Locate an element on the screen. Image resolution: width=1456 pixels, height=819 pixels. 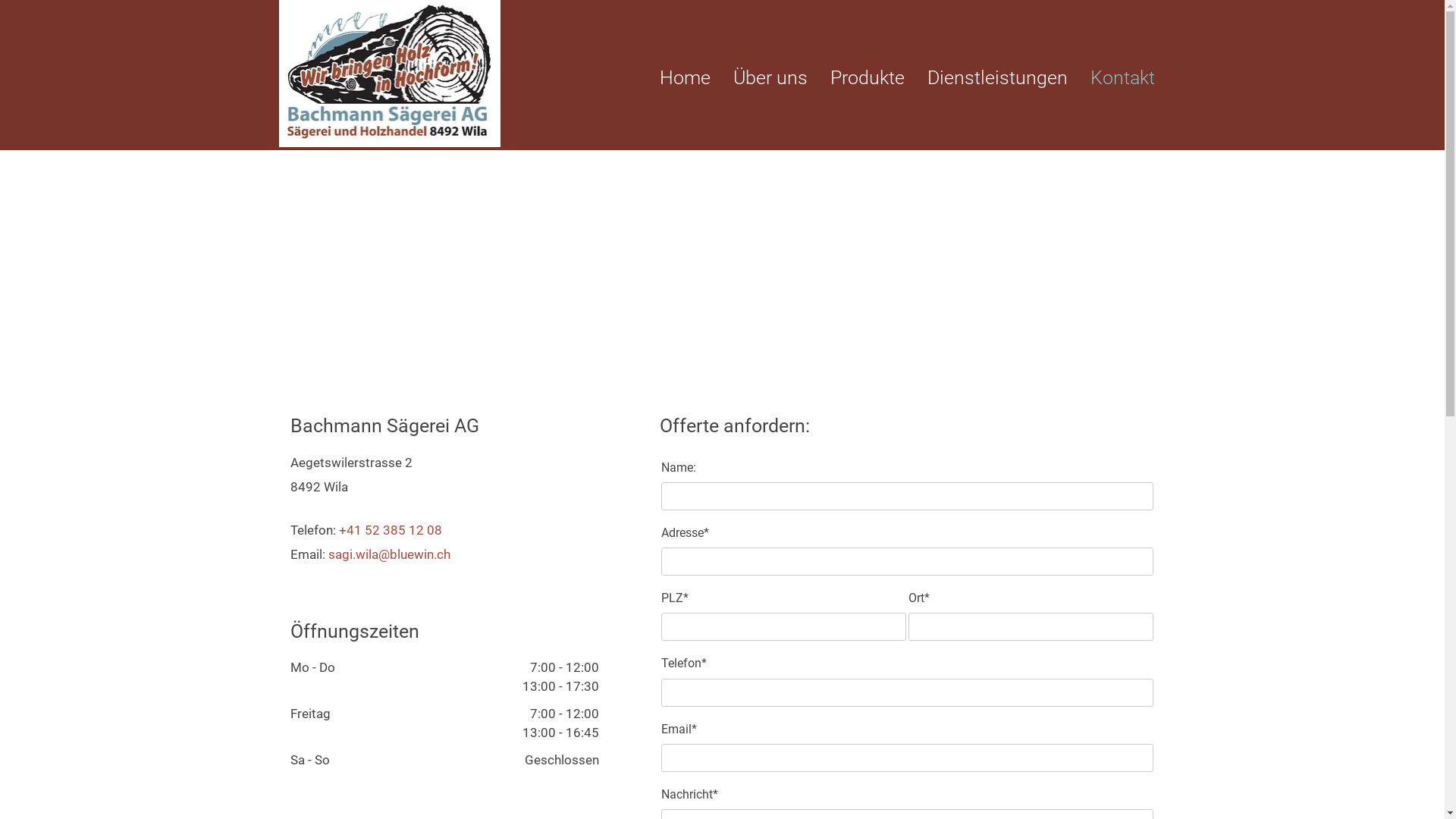
'sagi.wila@bluewin.ch' is located at coordinates (388, 554).